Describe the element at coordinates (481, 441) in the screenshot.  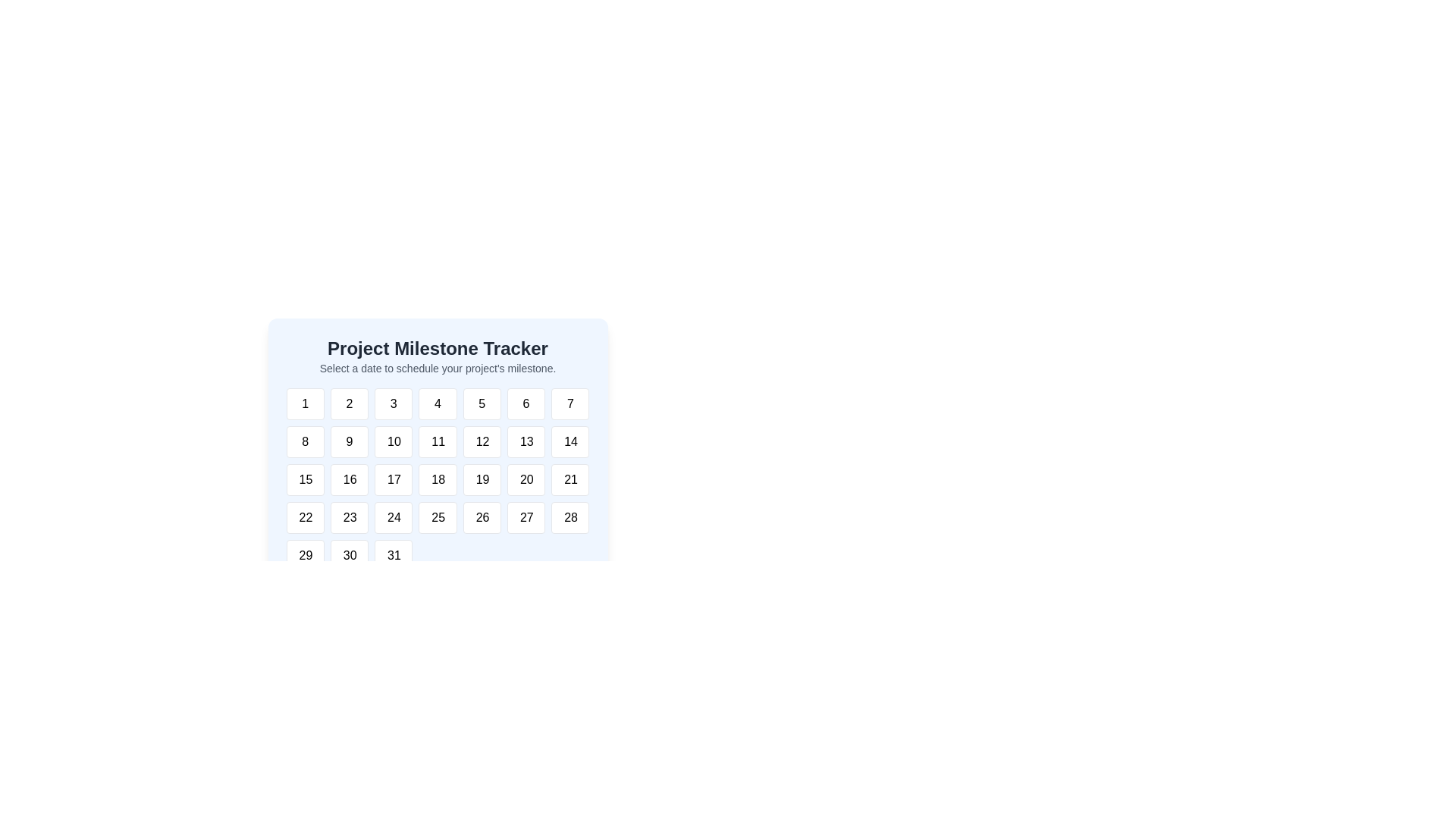
I see `the rectangular button displaying the number '12' to trigger the hover effect, which changes the background to blue and the text color to blue` at that location.